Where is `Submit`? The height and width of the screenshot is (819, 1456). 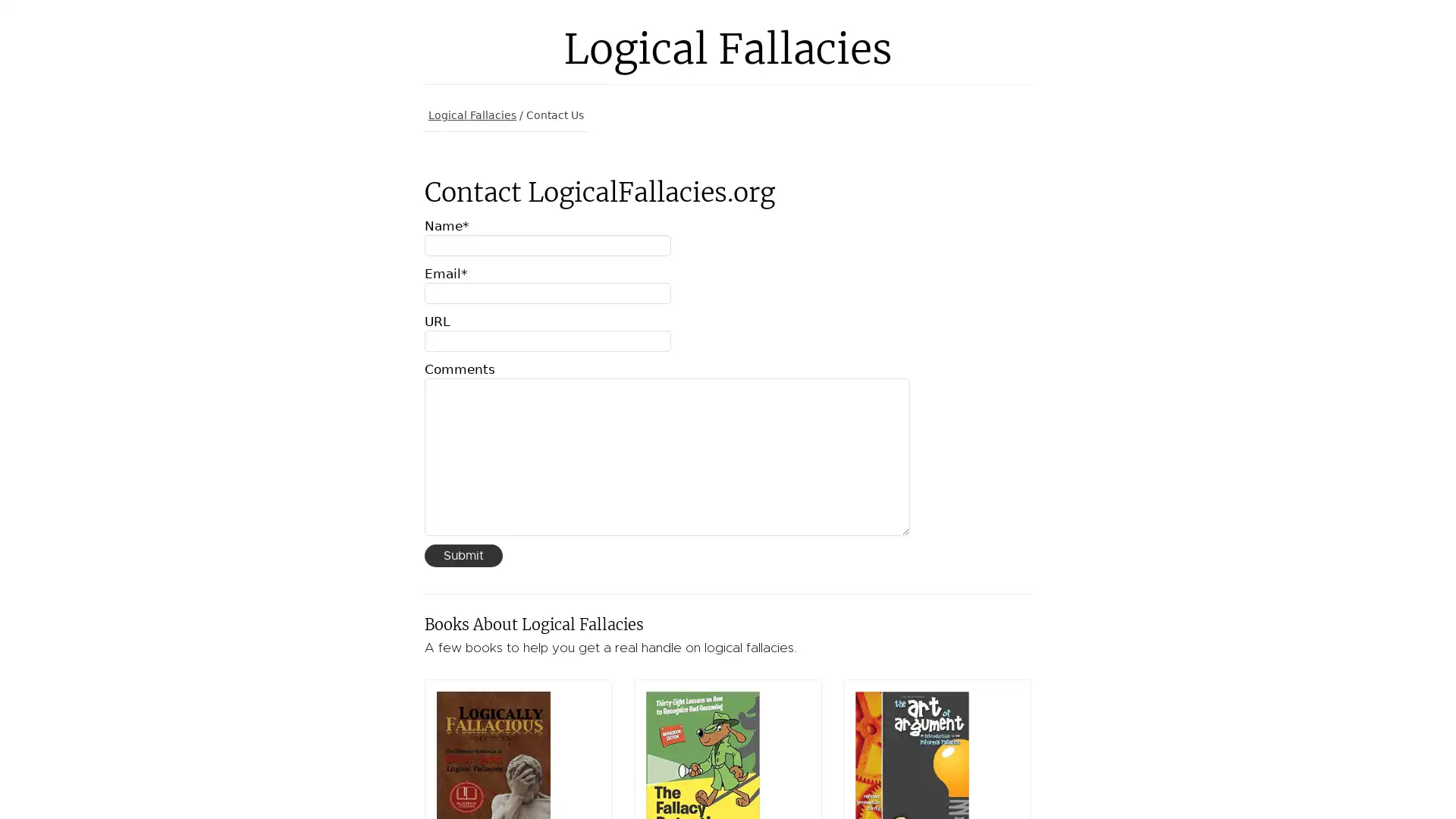
Submit is located at coordinates (463, 555).